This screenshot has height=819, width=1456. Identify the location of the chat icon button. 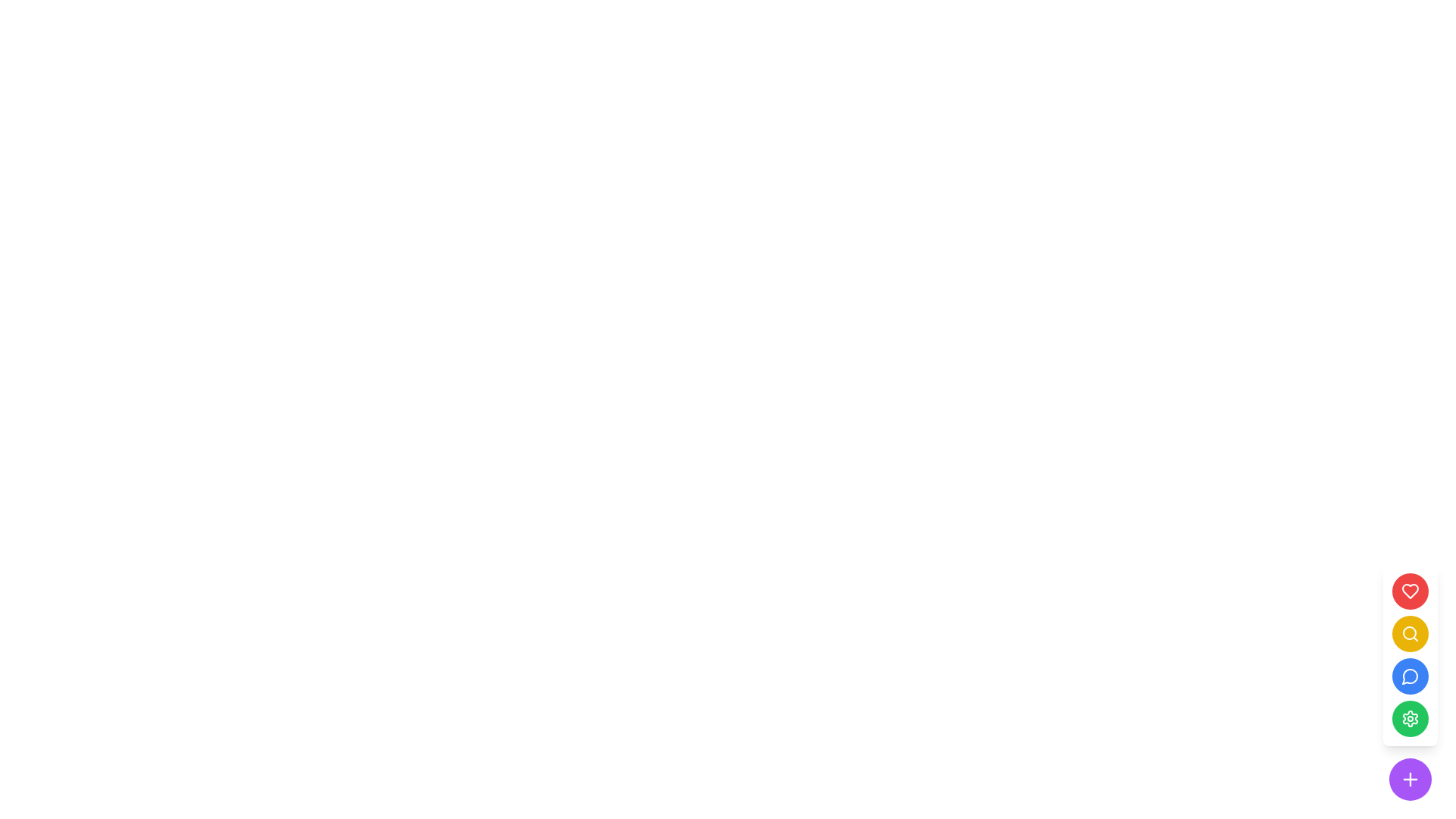
(1410, 675).